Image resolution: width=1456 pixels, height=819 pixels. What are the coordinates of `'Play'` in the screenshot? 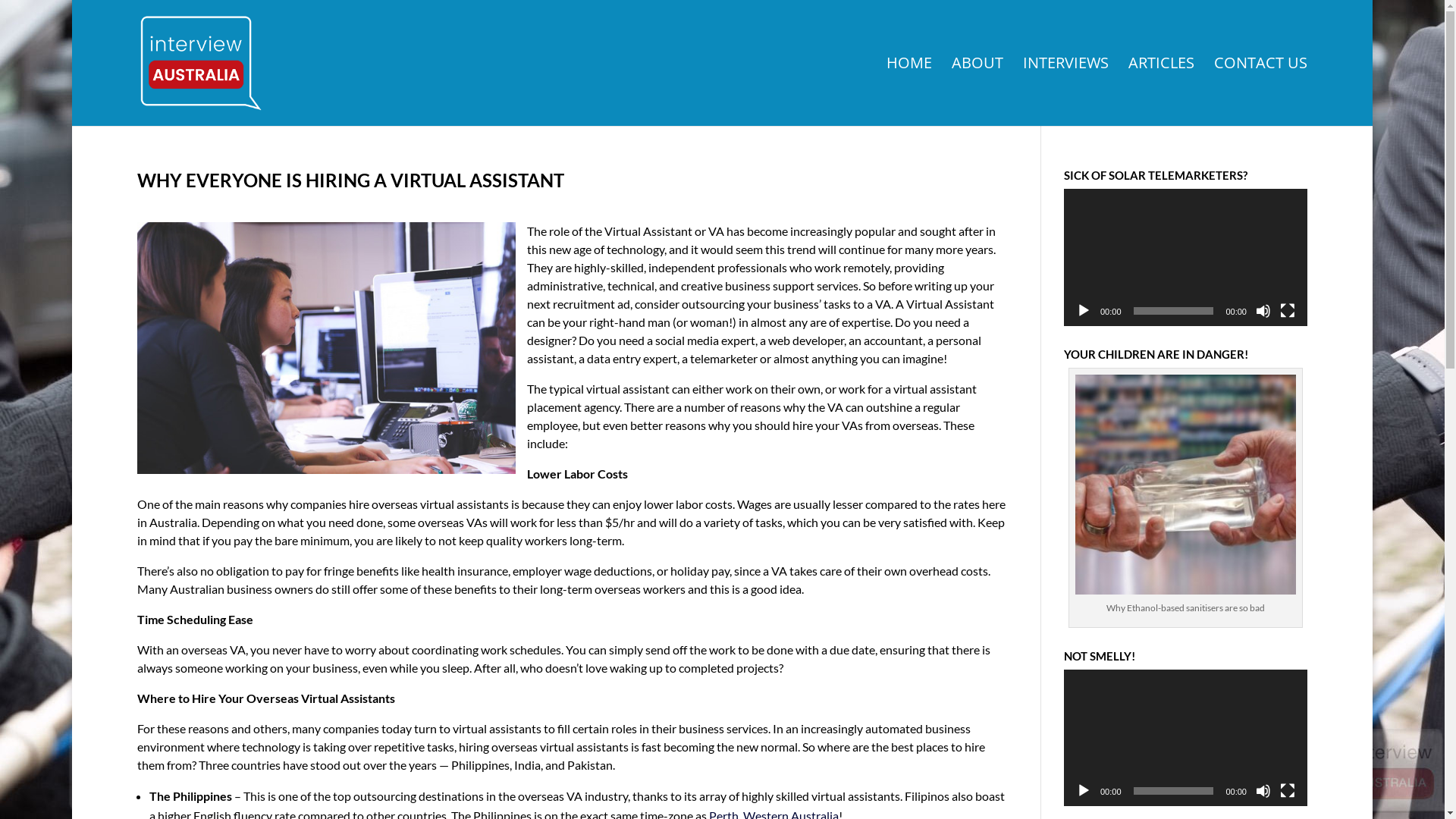 It's located at (1083, 309).